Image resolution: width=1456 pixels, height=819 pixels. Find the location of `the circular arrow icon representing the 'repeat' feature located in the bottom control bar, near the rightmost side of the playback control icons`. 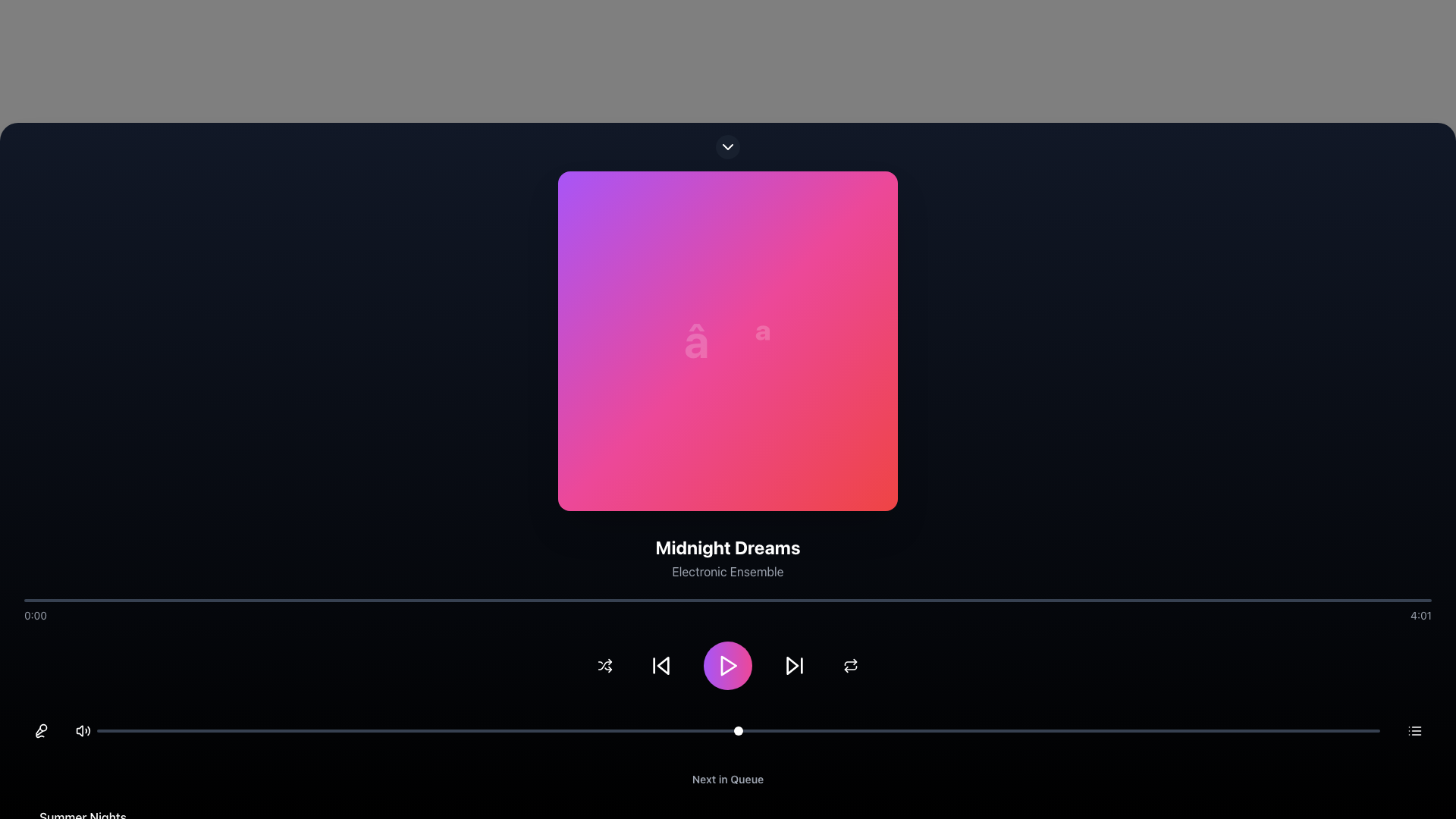

the circular arrow icon representing the 'repeat' feature located in the bottom control bar, near the rightmost side of the playback control icons is located at coordinates (851, 665).